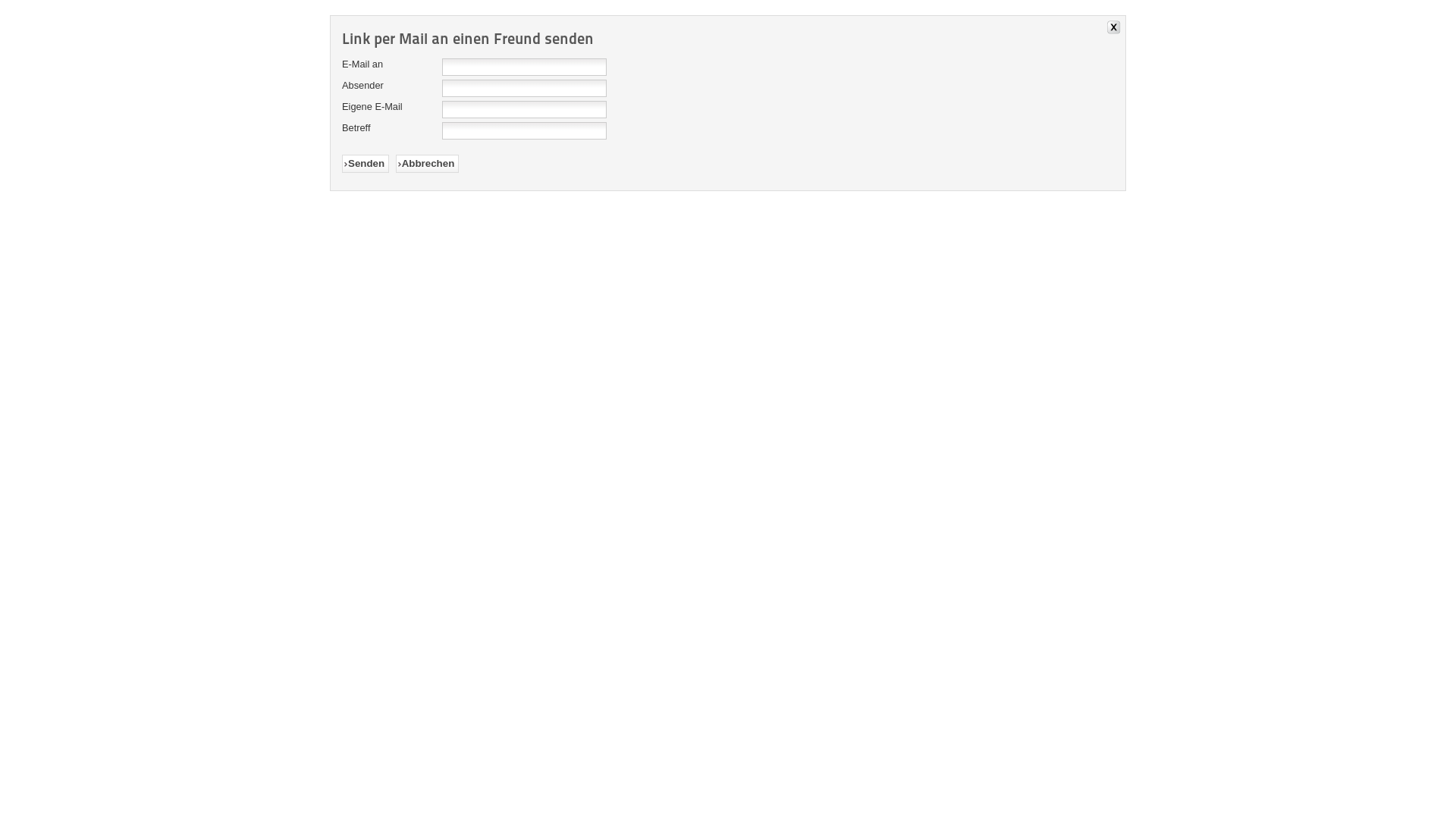  What do you see at coordinates (426, 164) in the screenshot?
I see `'Abbrechen'` at bounding box center [426, 164].